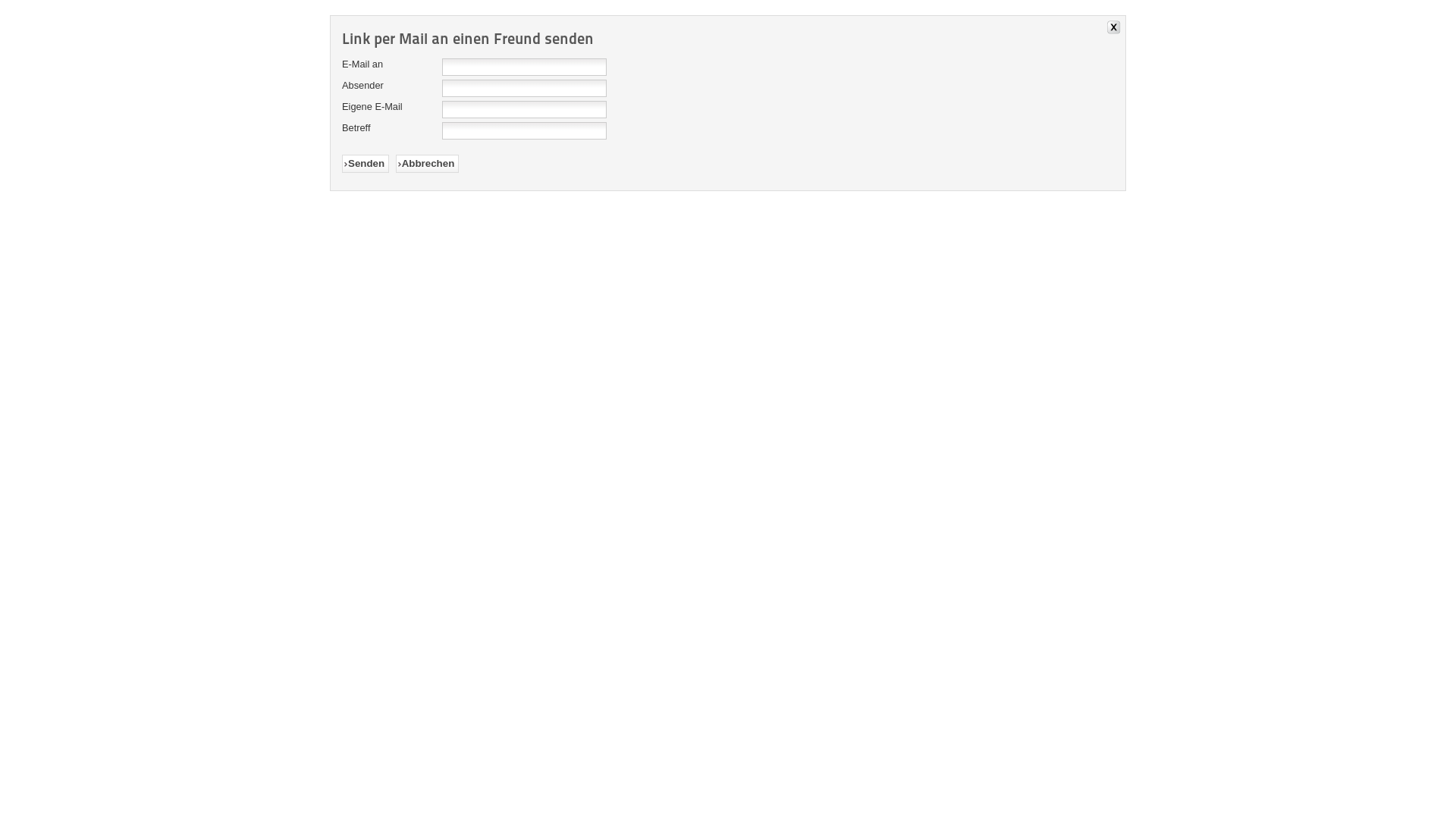  What do you see at coordinates (426, 164) in the screenshot?
I see `'Abbrechen'` at bounding box center [426, 164].